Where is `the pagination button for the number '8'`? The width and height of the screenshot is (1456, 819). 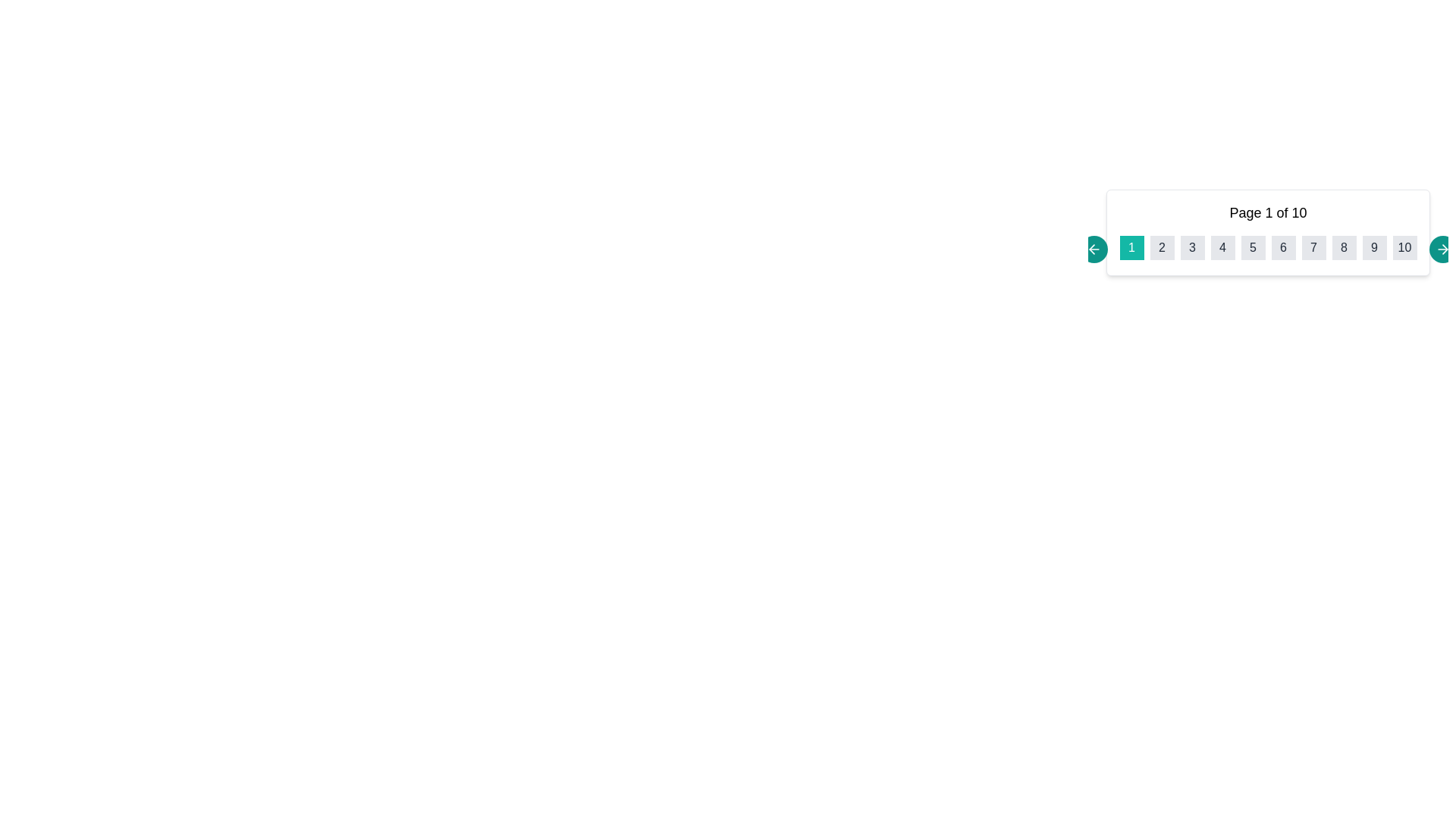
the pagination button for the number '8' is located at coordinates (1344, 247).